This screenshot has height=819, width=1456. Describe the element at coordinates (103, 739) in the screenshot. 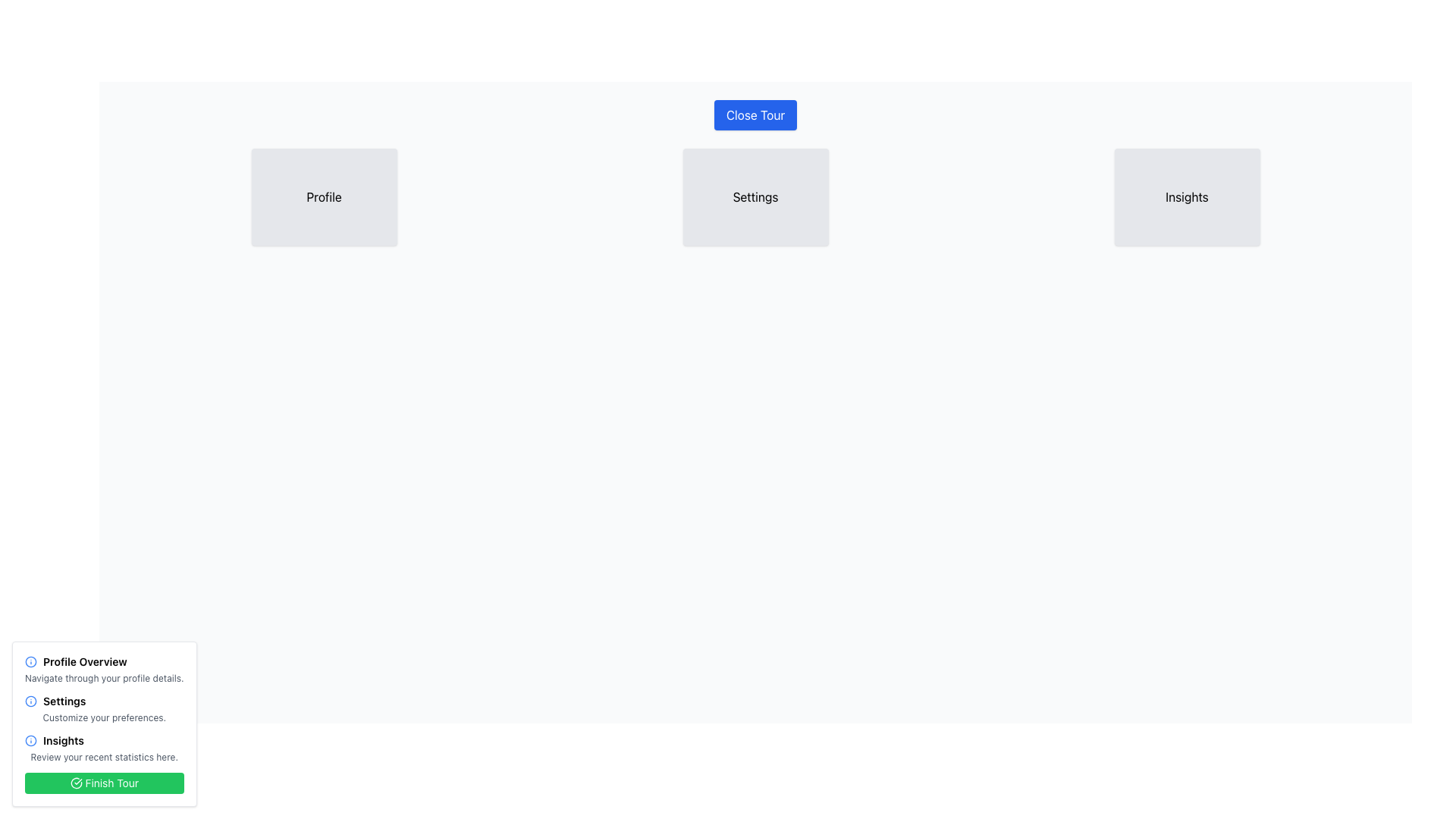

I see `the Label with Icon located in the bottom-left region of the interface` at that location.